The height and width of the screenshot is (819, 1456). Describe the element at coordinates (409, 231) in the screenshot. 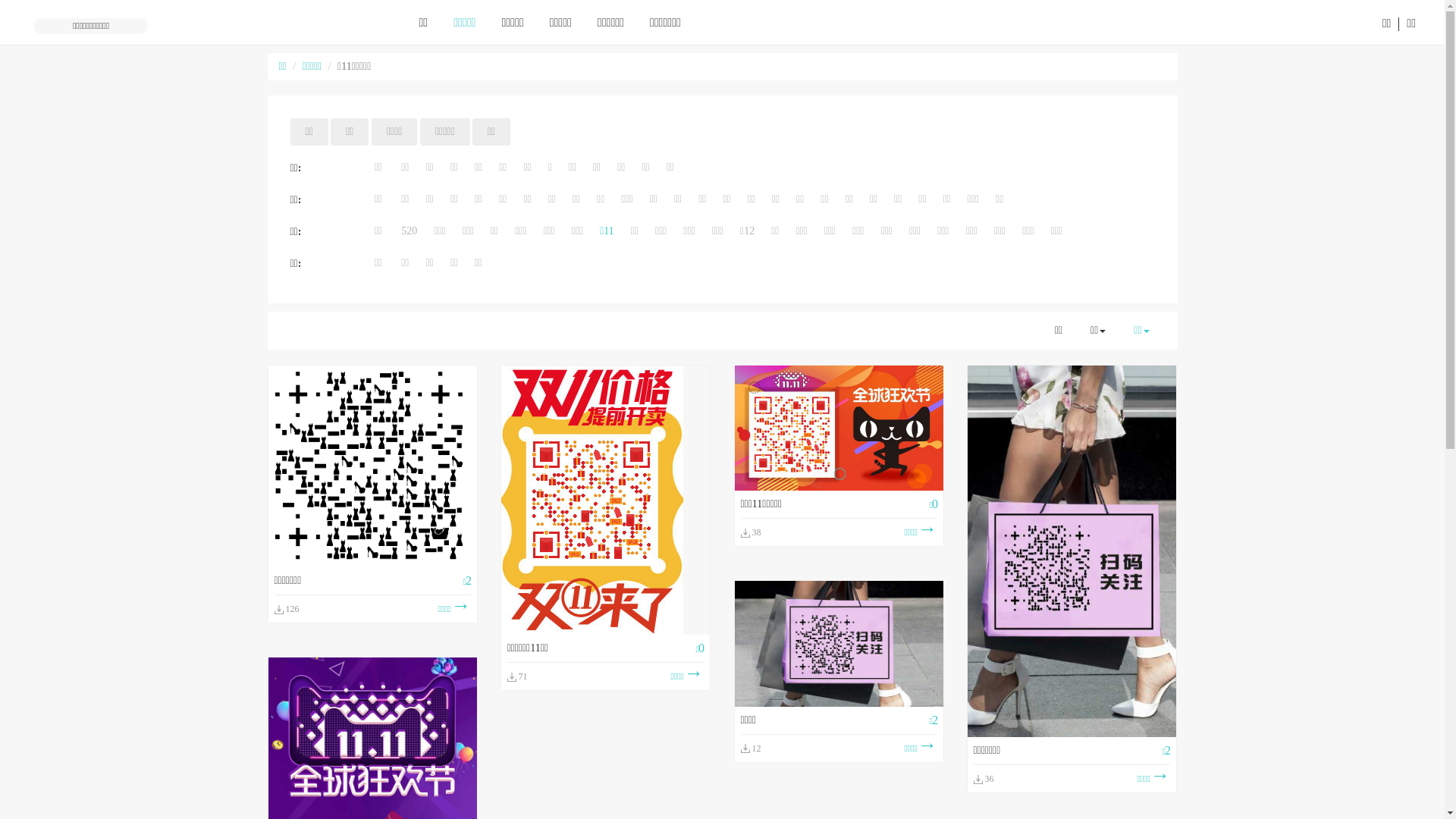

I see `'520'` at that location.